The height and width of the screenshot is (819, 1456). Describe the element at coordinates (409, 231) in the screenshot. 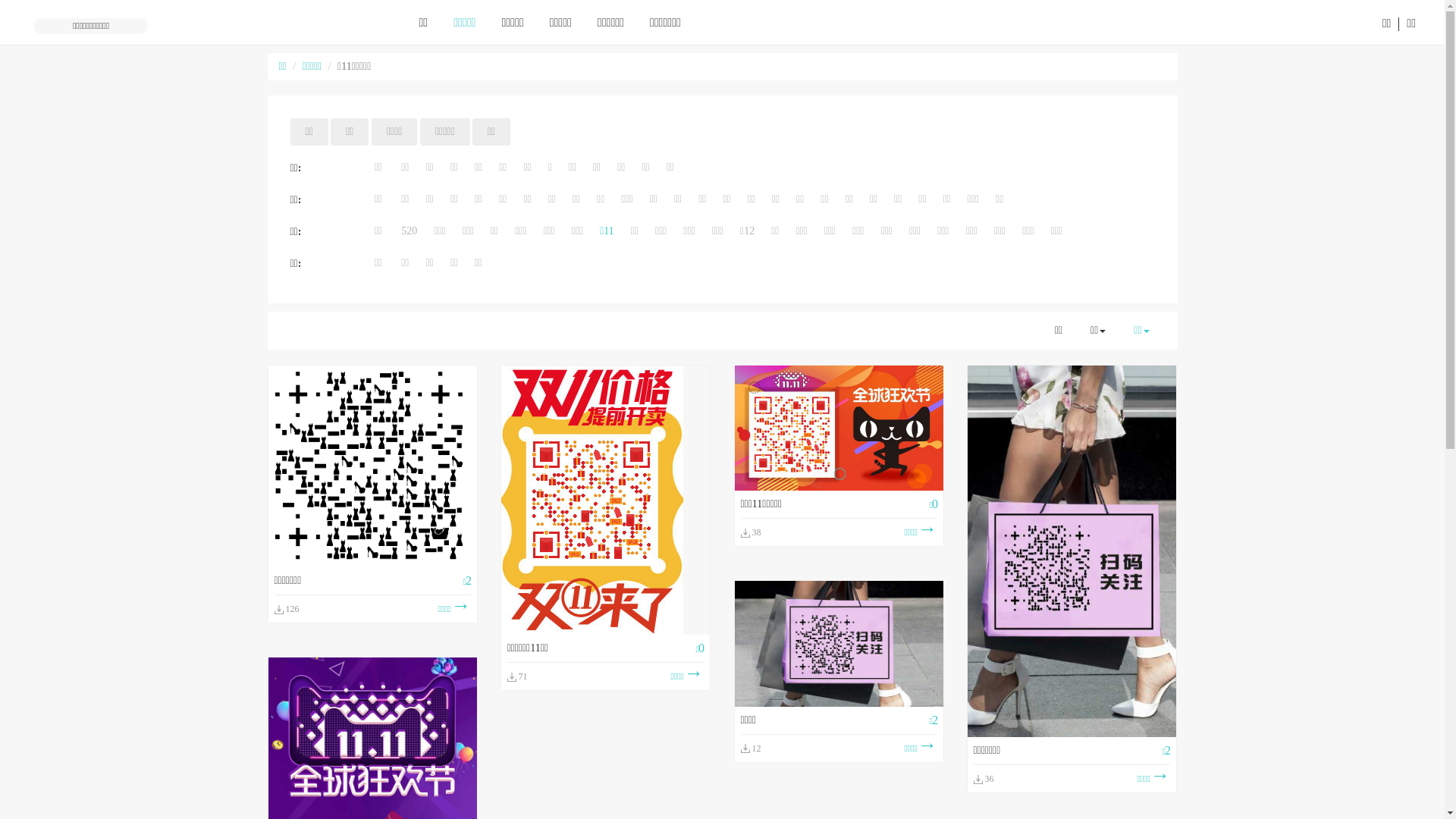

I see `'520'` at that location.